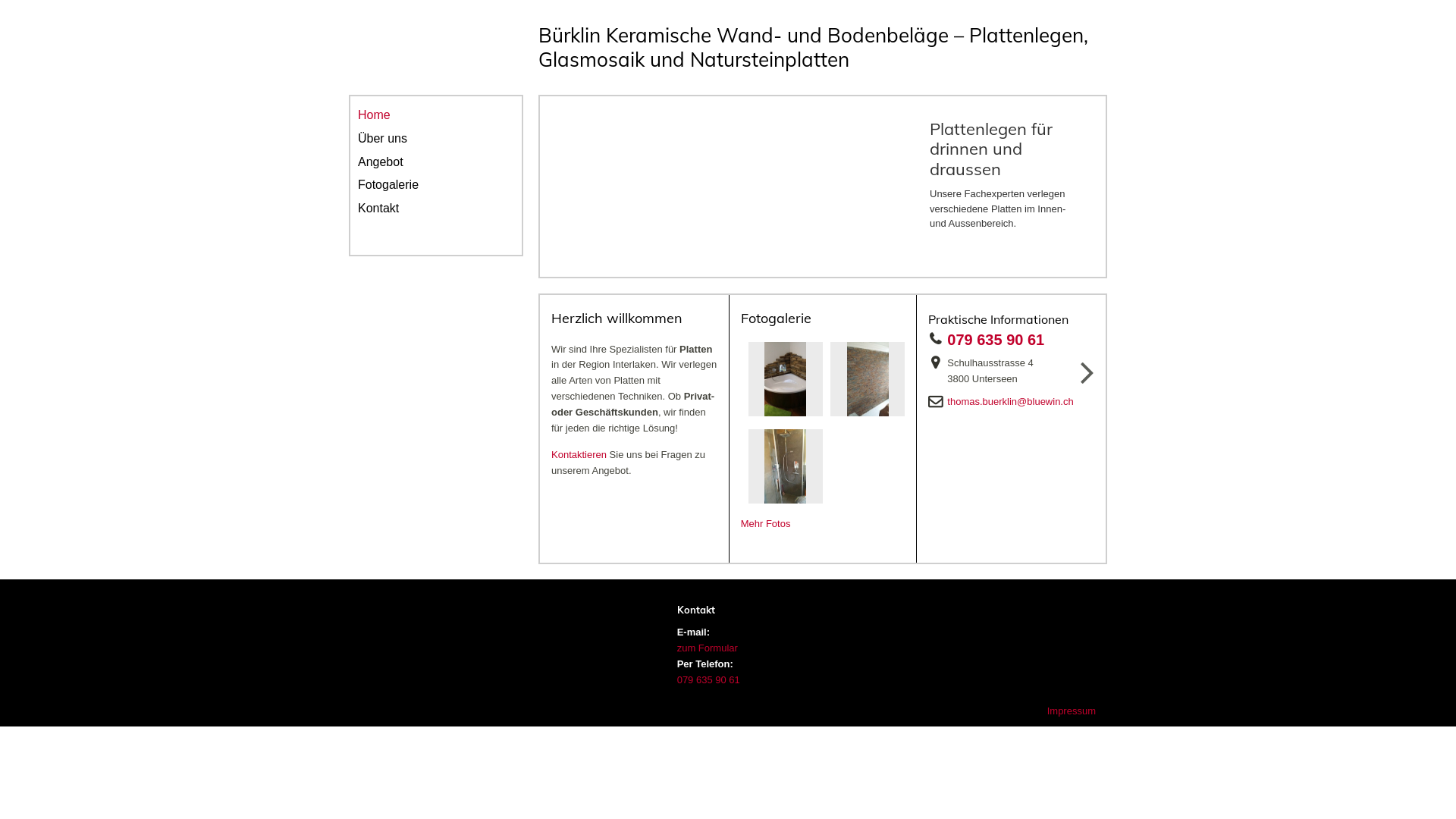  Describe the element at coordinates (435, 184) in the screenshot. I see `'Fotogalerie'` at that location.